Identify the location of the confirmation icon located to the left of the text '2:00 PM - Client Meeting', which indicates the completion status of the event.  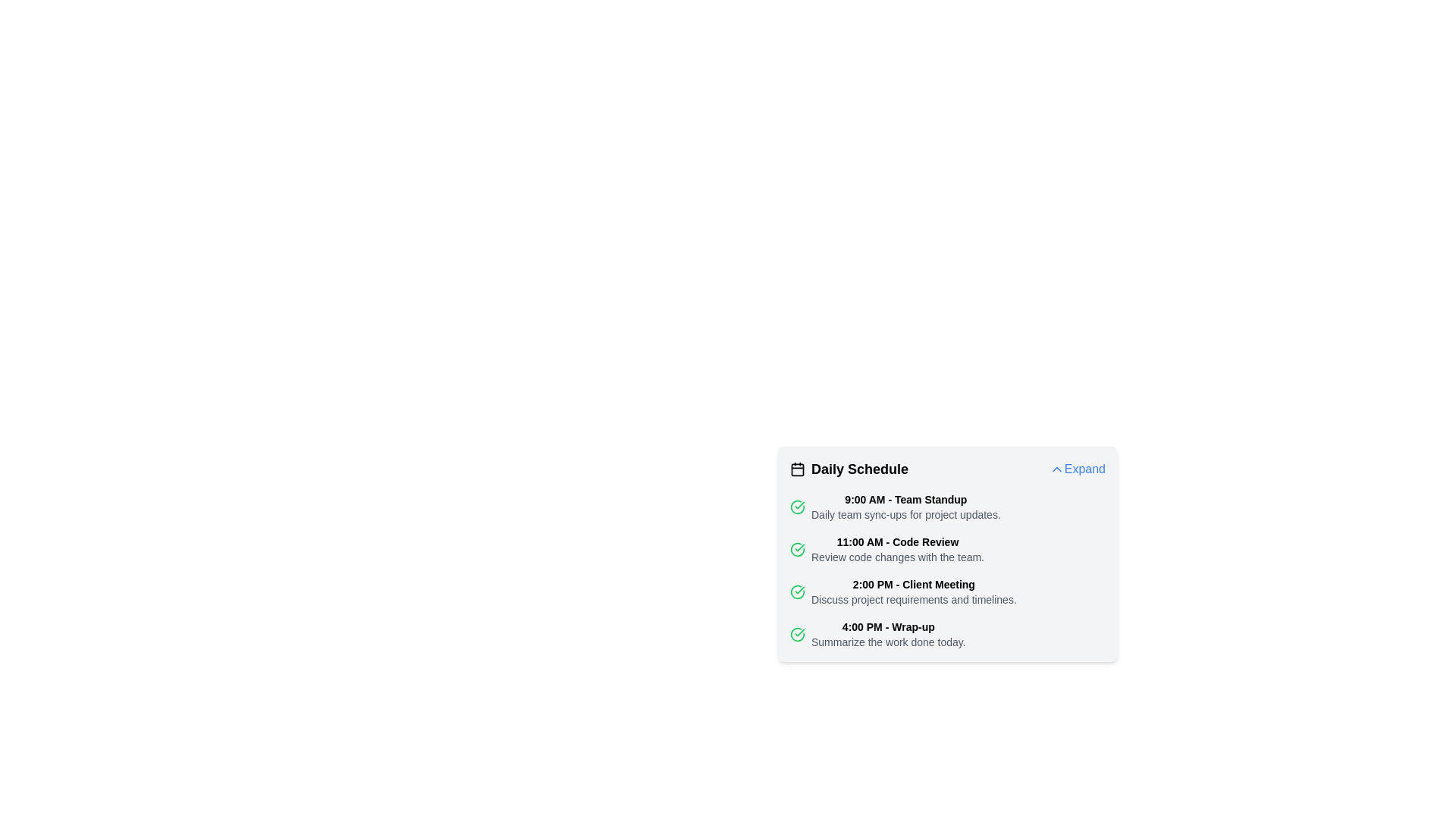
(796, 591).